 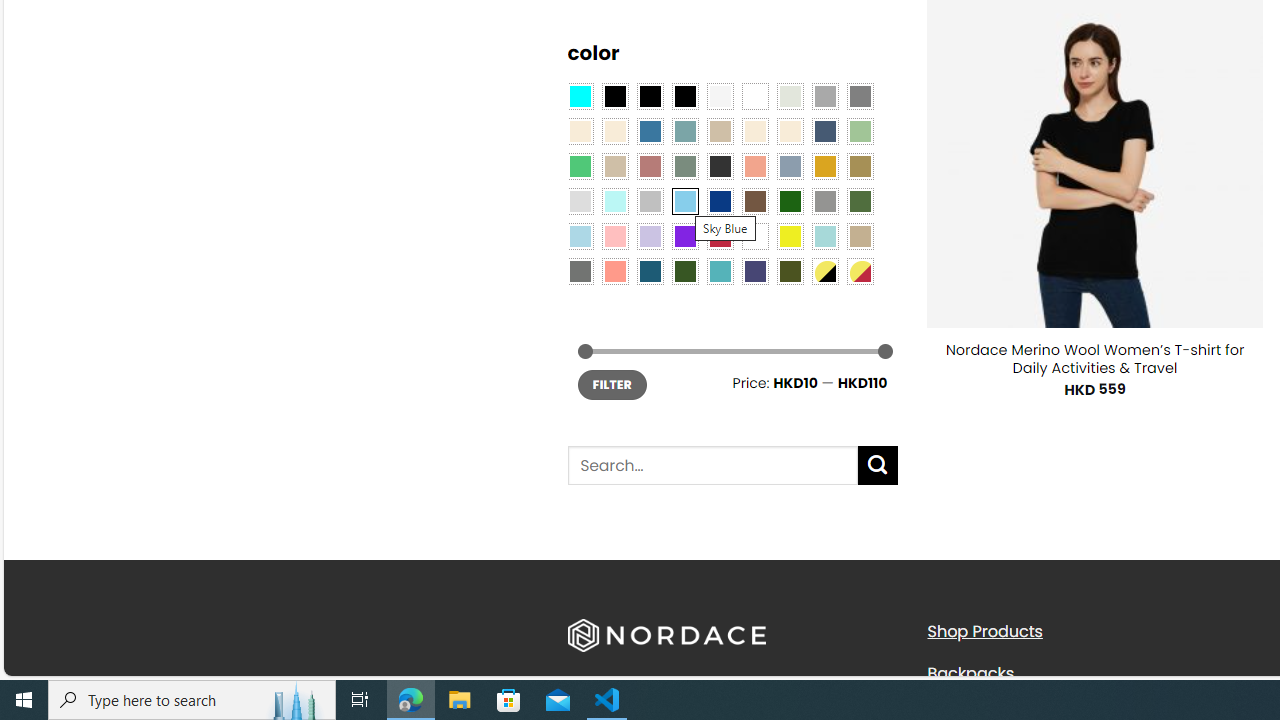 What do you see at coordinates (1091, 673) in the screenshot?
I see `'Backpacks'` at bounding box center [1091, 673].